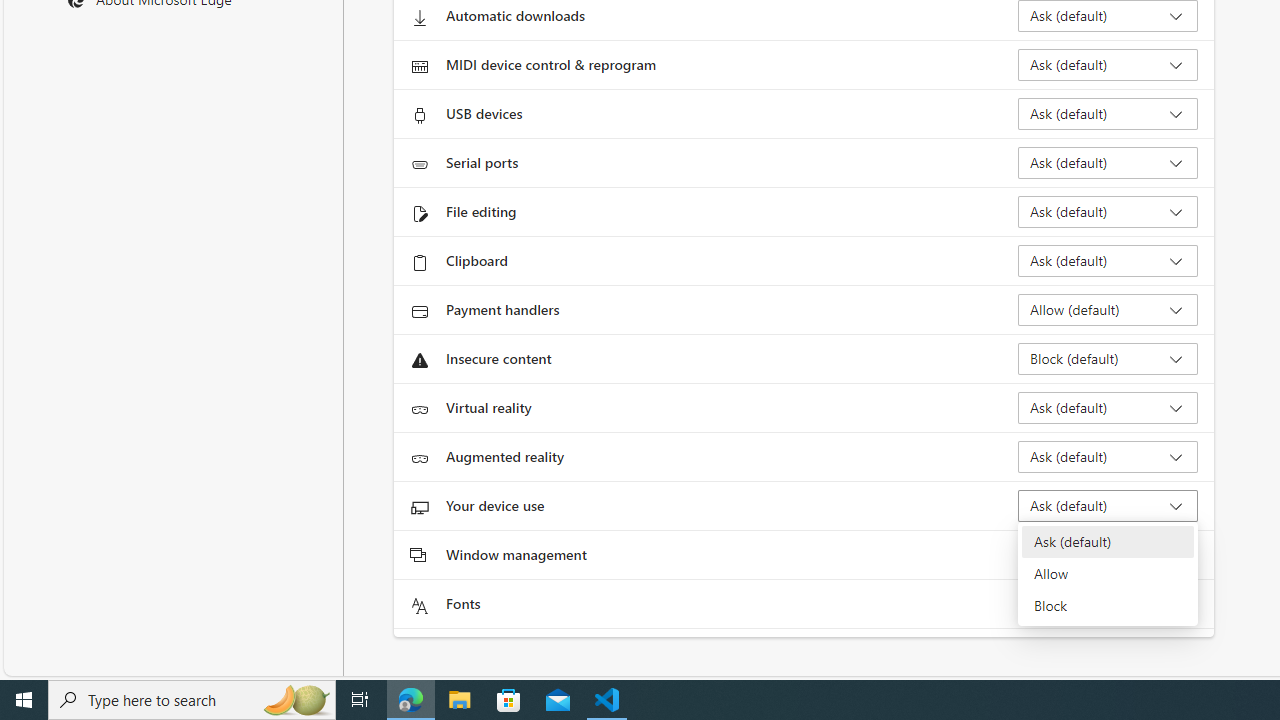 This screenshot has width=1280, height=720. Describe the element at coordinates (1106, 573) in the screenshot. I see `'Allow'` at that location.